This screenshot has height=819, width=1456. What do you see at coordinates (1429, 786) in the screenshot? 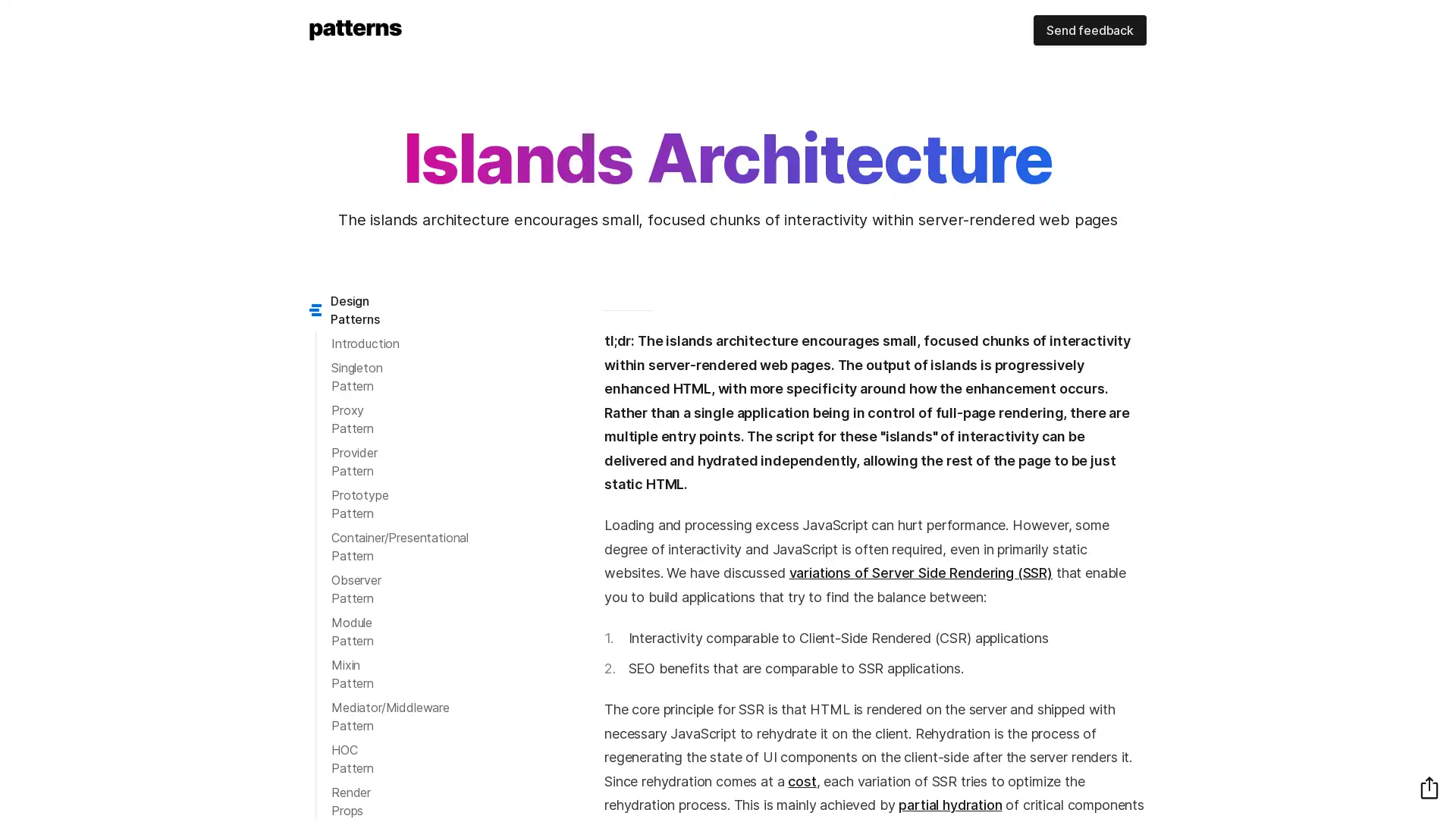
I see `Share` at bounding box center [1429, 786].